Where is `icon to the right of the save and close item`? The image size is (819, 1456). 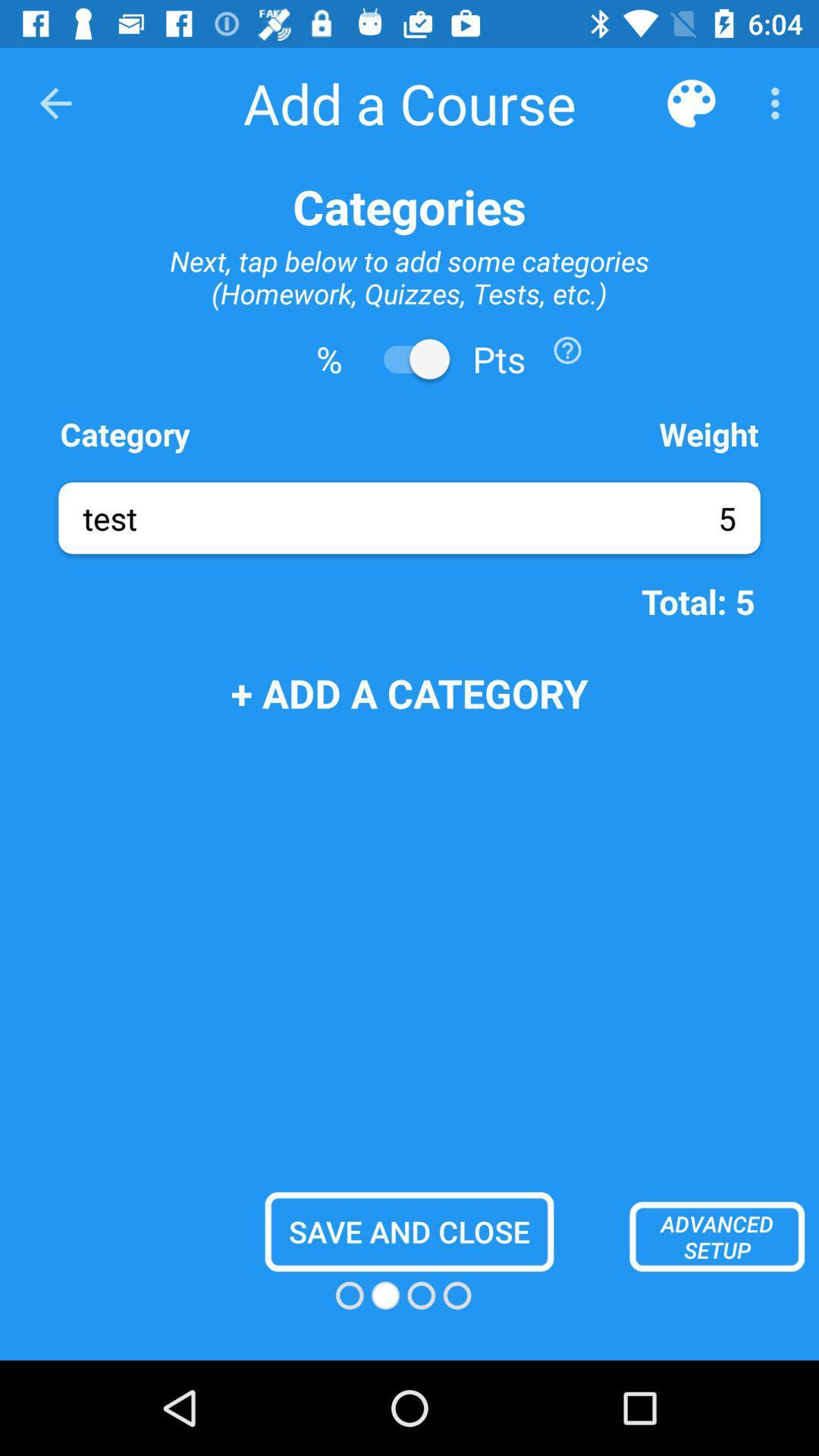 icon to the right of the save and close item is located at coordinates (717, 1236).